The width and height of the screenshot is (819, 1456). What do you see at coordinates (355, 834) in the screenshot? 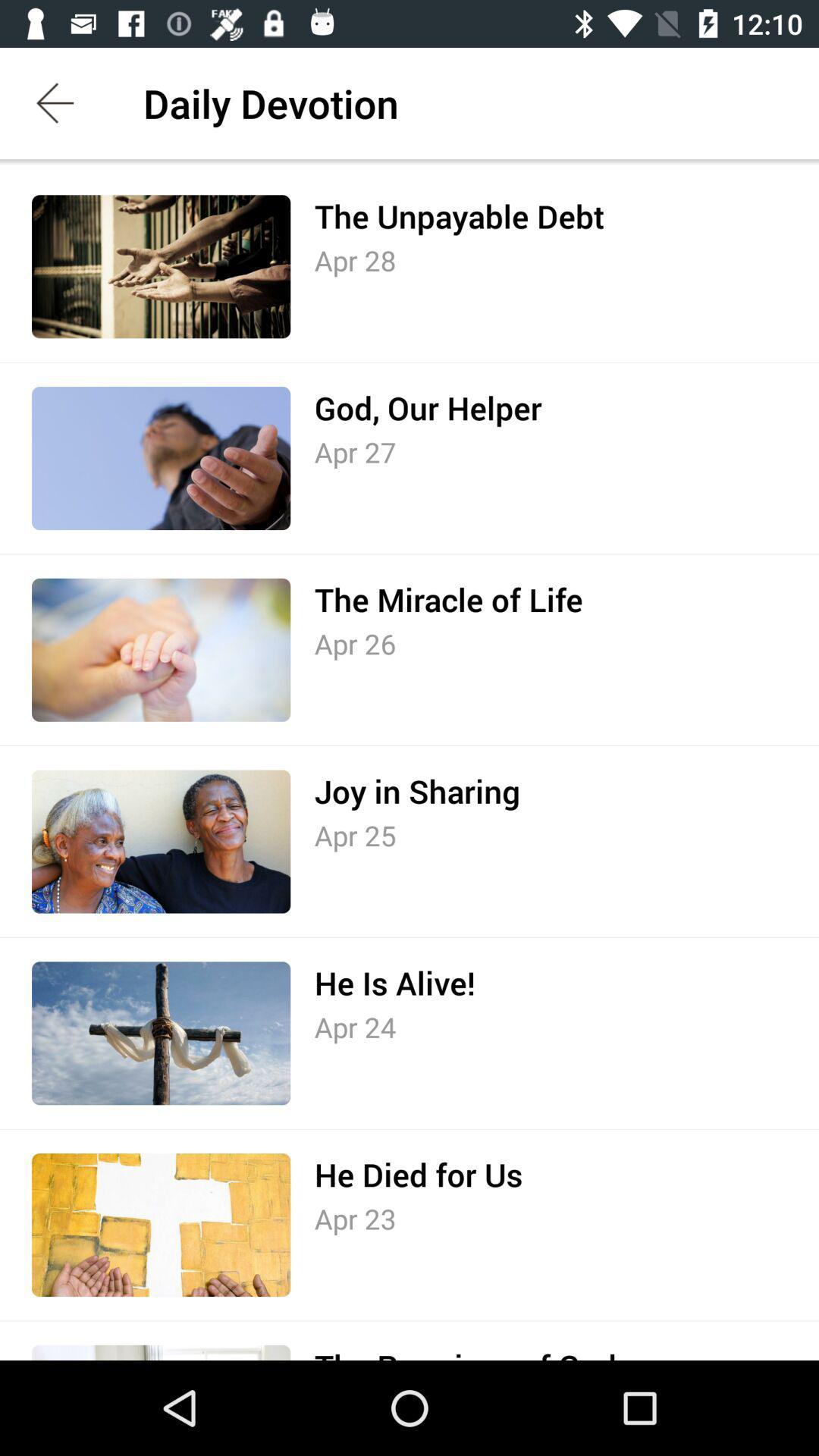
I see `apr 25 item` at bounding box center [355, 834].